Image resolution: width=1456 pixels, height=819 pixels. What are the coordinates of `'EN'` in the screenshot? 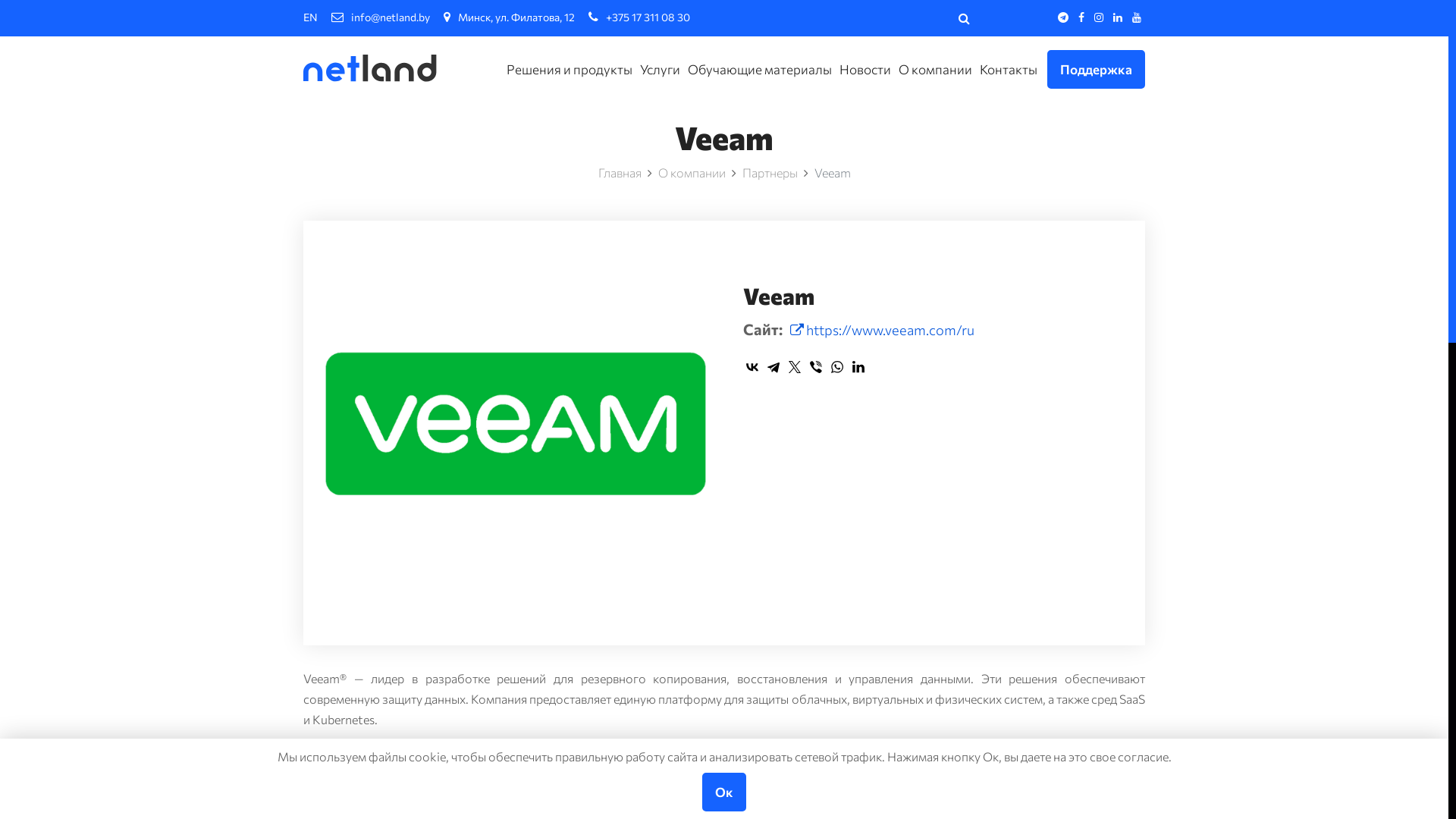 It's located at (309, 17).